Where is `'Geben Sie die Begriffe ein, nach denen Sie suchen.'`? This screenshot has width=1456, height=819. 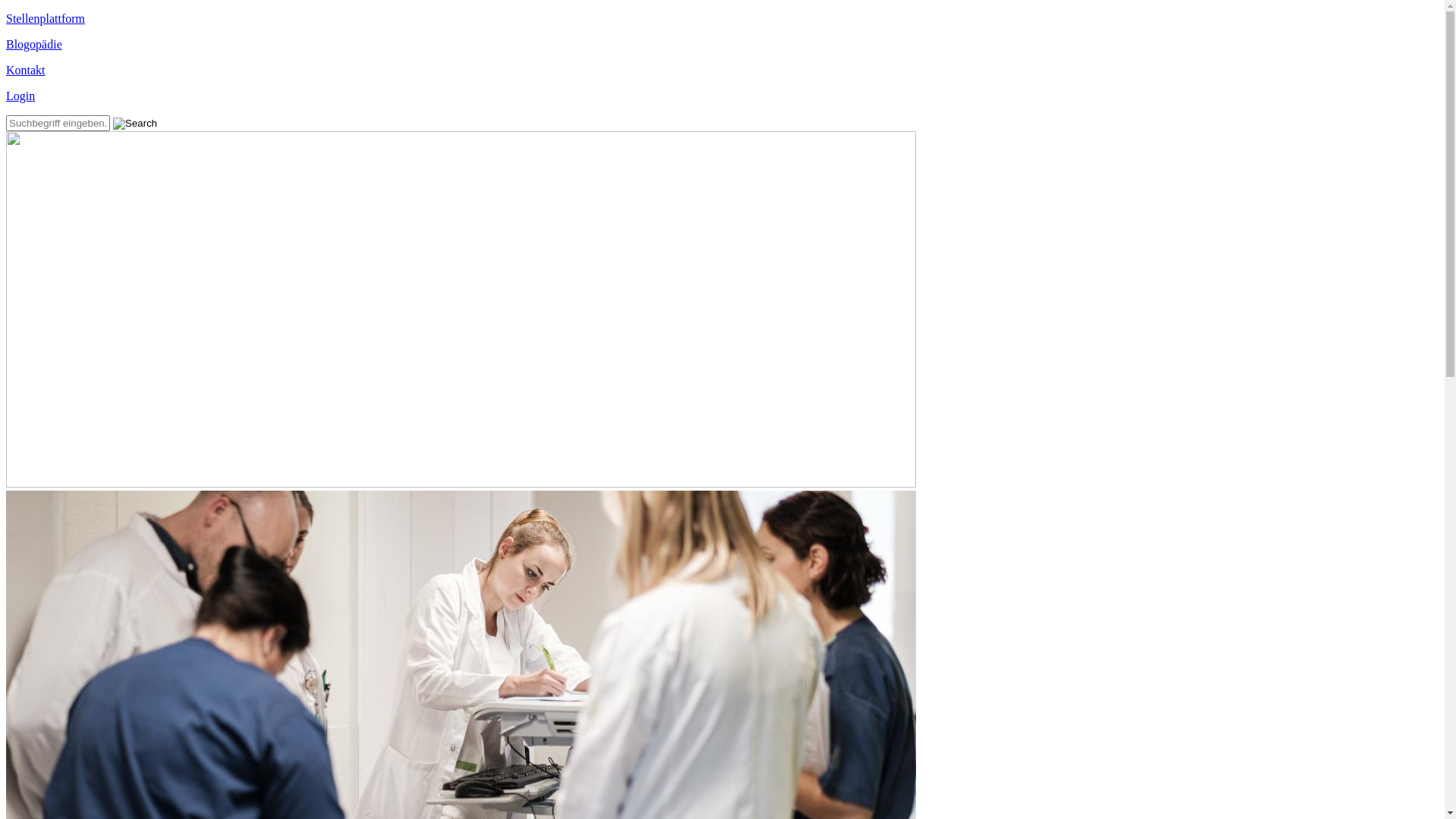 'Geben Sie die Begriffe ein, nach denen Sie suchen.' is located at coordinates (58, 122).